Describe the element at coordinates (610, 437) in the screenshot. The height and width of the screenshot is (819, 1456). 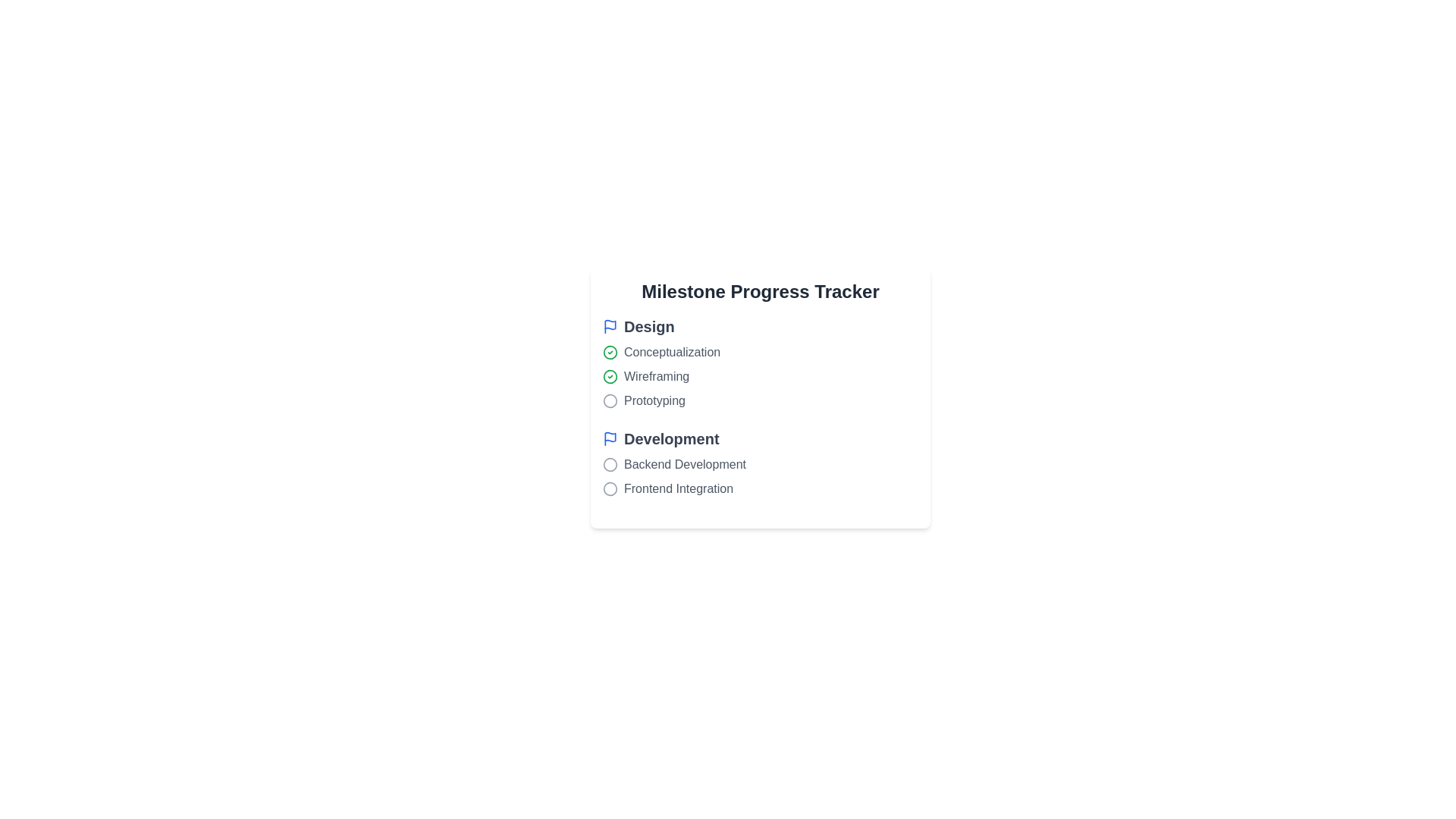
I see `the blue wavy flag icon located to the left of the 'Development' text` at that location.